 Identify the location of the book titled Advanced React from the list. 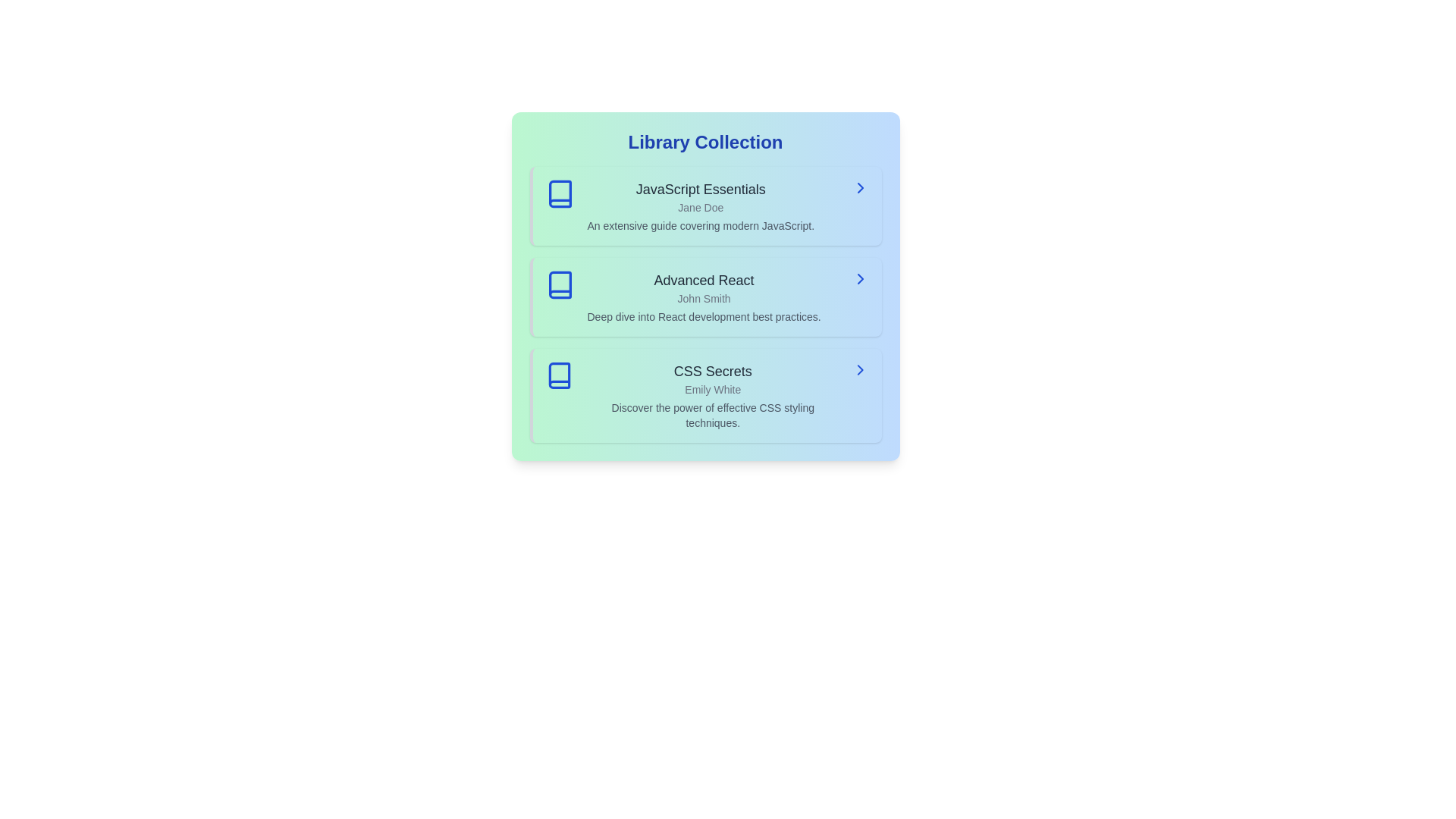
(704, 297).